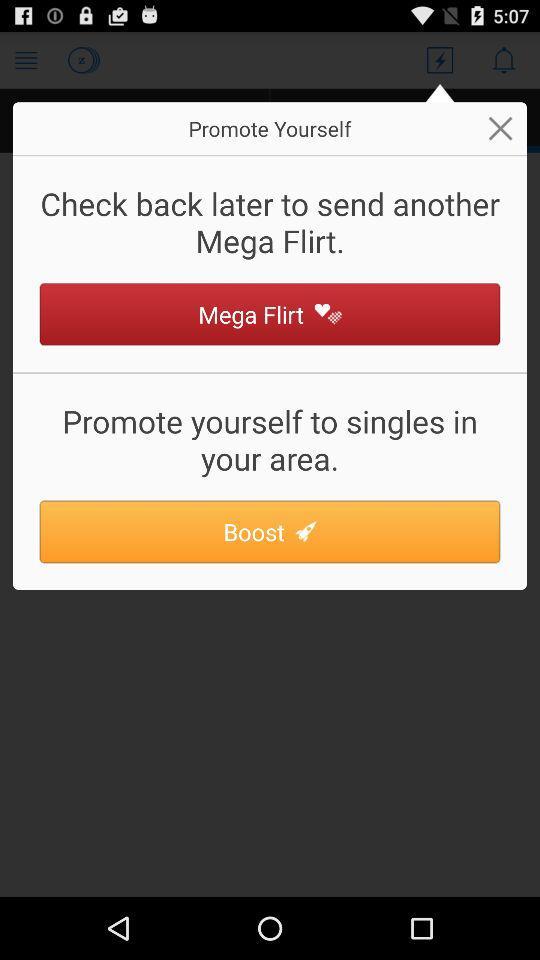 The width and height of the screenshot is (540, 960). I want to click on closed option, so click(499, 127).